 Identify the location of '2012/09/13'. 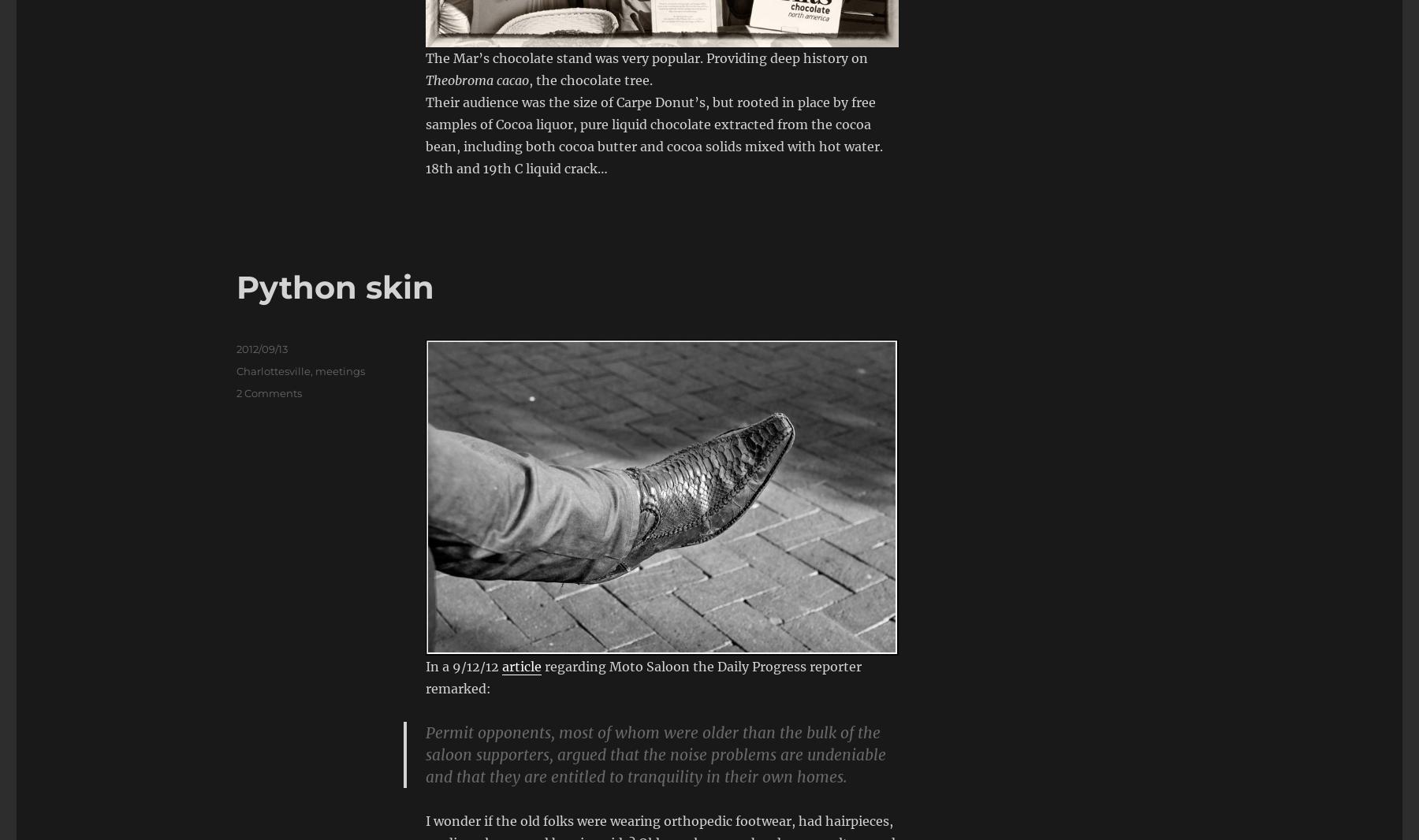
(261, 348).